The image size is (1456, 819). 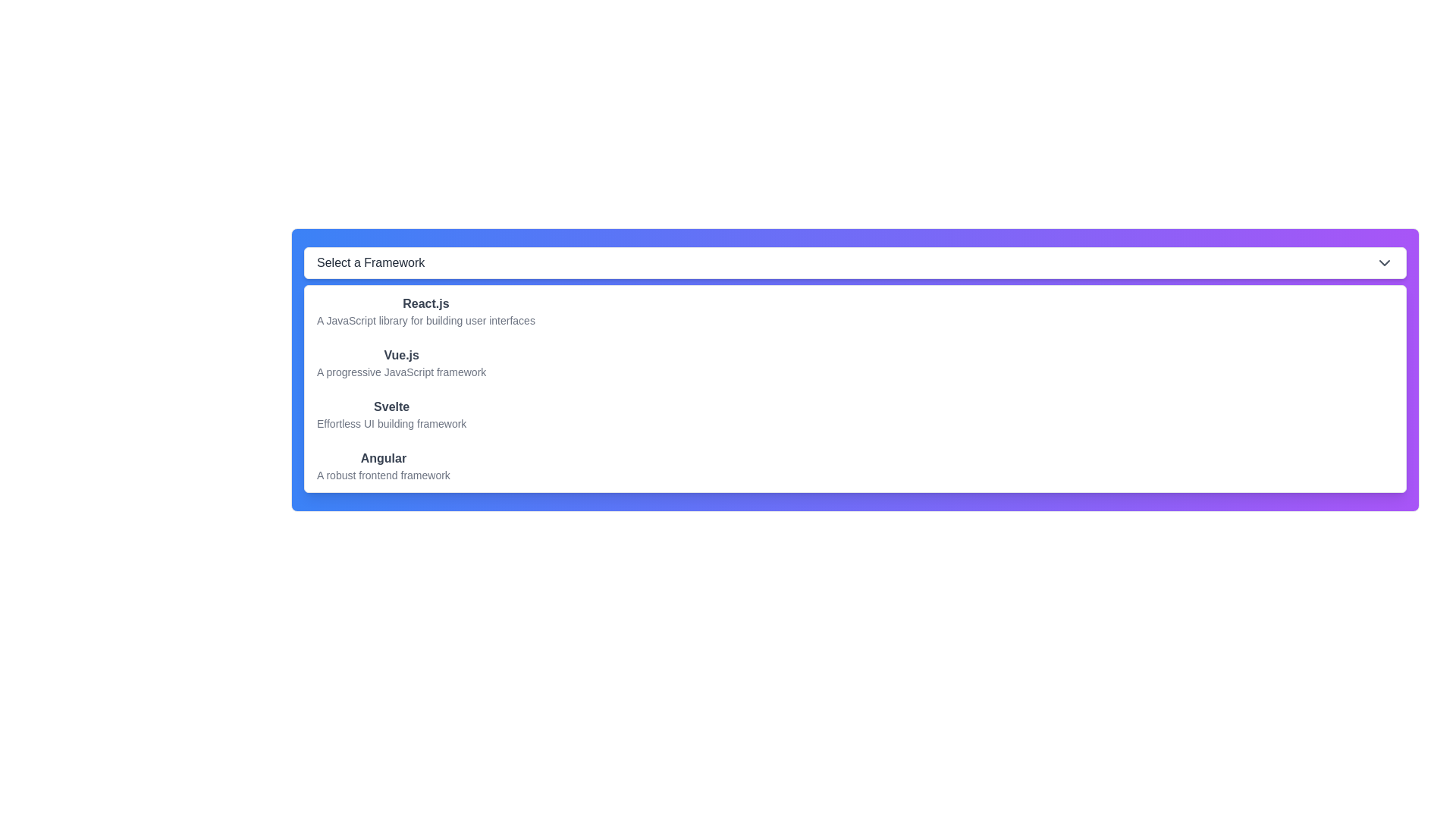 What do you see at coordinates (401, 362) in the screenshot?
I see `the second entry in the dropdown list labeled 'Vue.js', which is styled with bold font and dark color` at bounding box center [401, 362].